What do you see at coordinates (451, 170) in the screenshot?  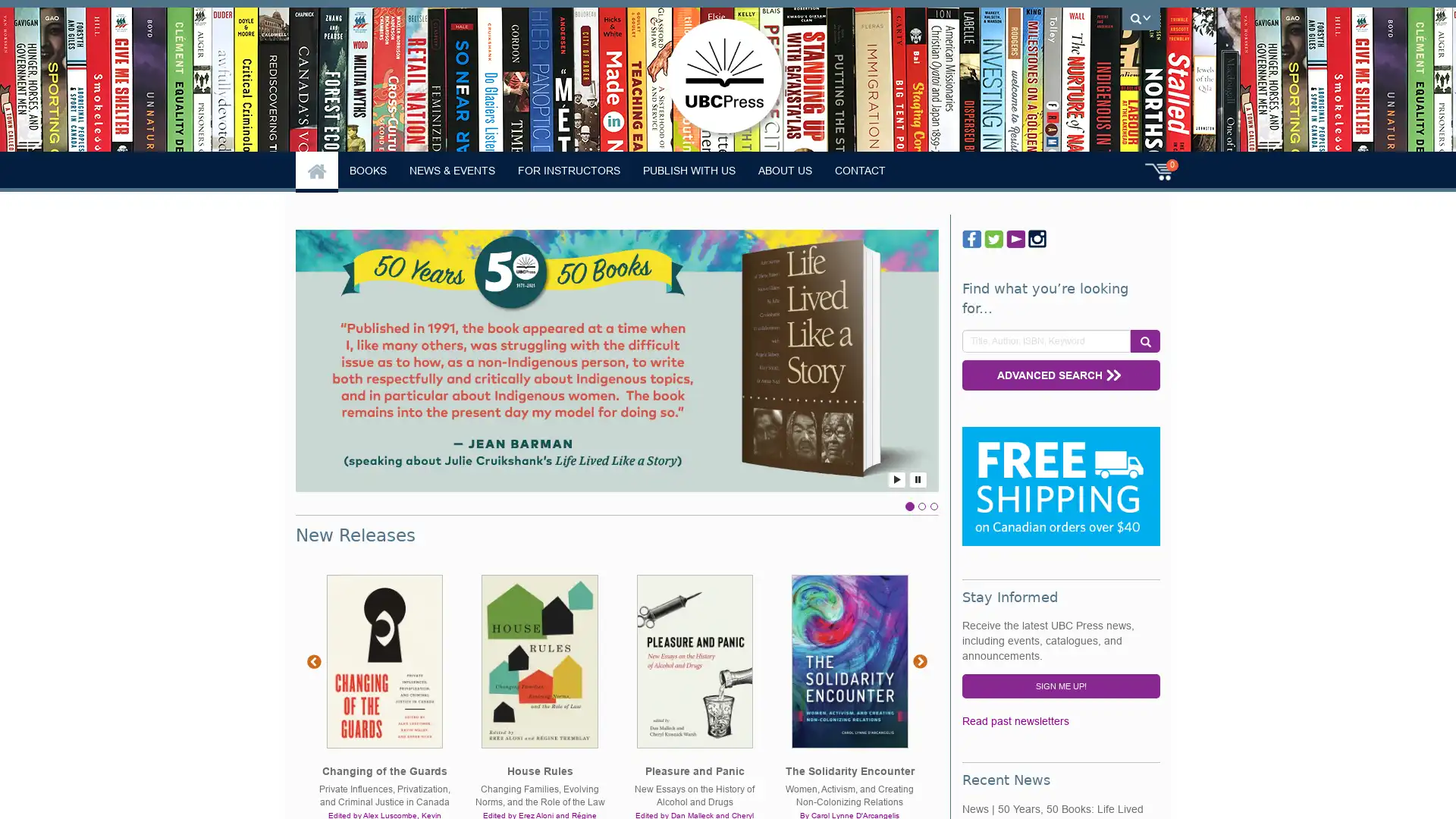 I see `NEWS & EVENTS` at bounding box center [451, 170].